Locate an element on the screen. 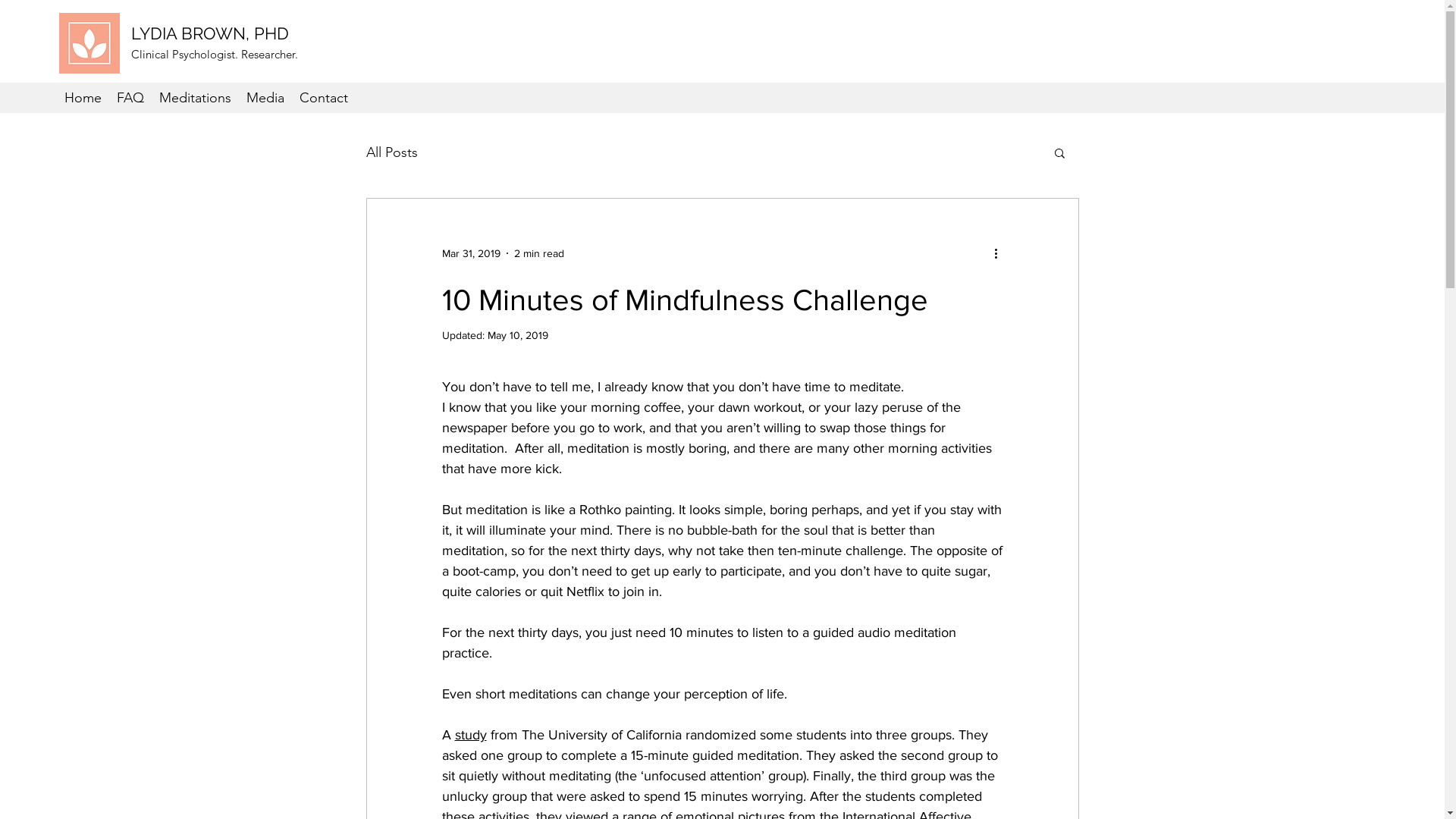 The height and width of the screenshot is (819, 1456). 'Contact' is located at coordinates (323, 97).